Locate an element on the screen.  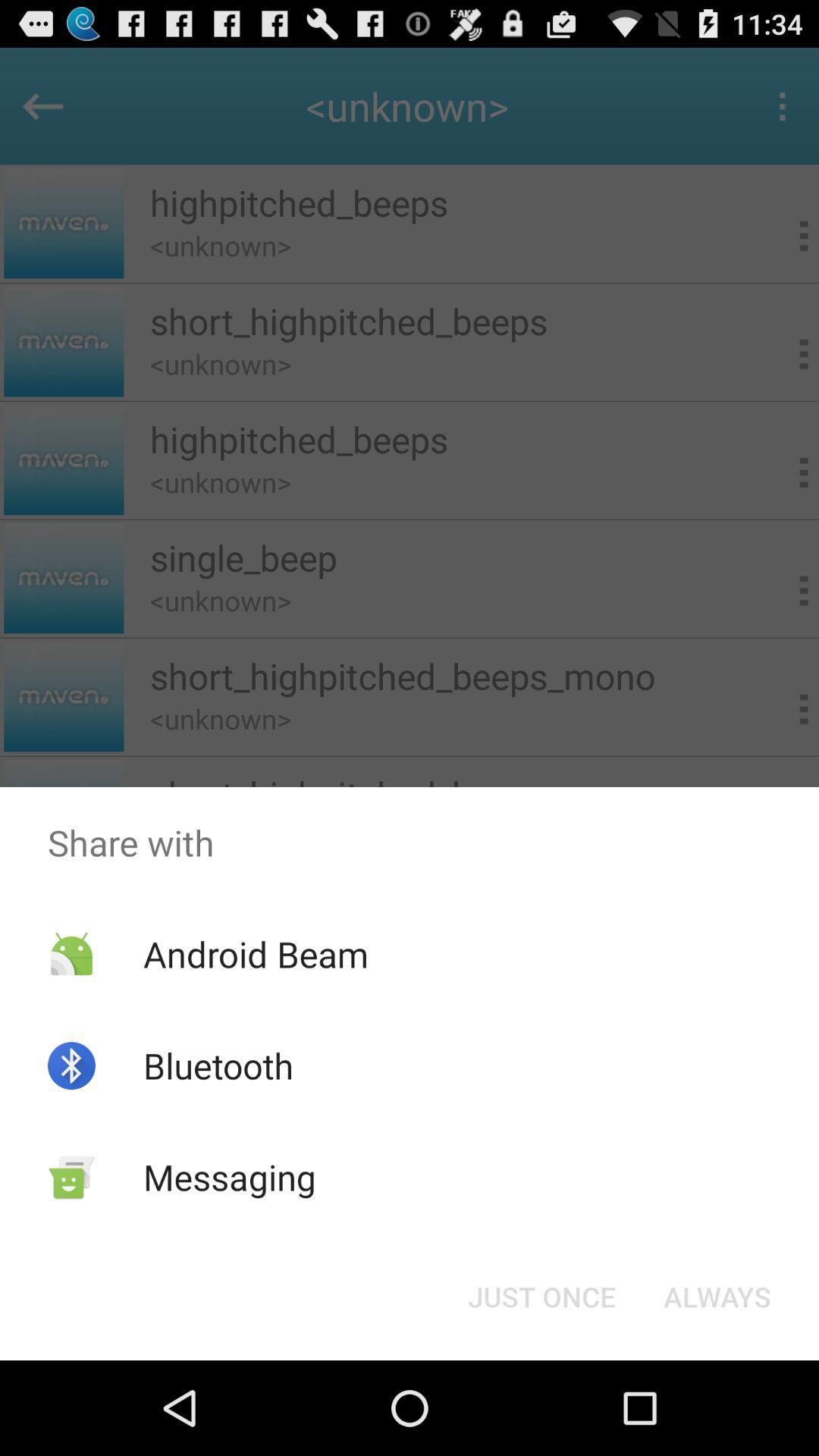
item below share with icon is located at coordinates (717, 1295).